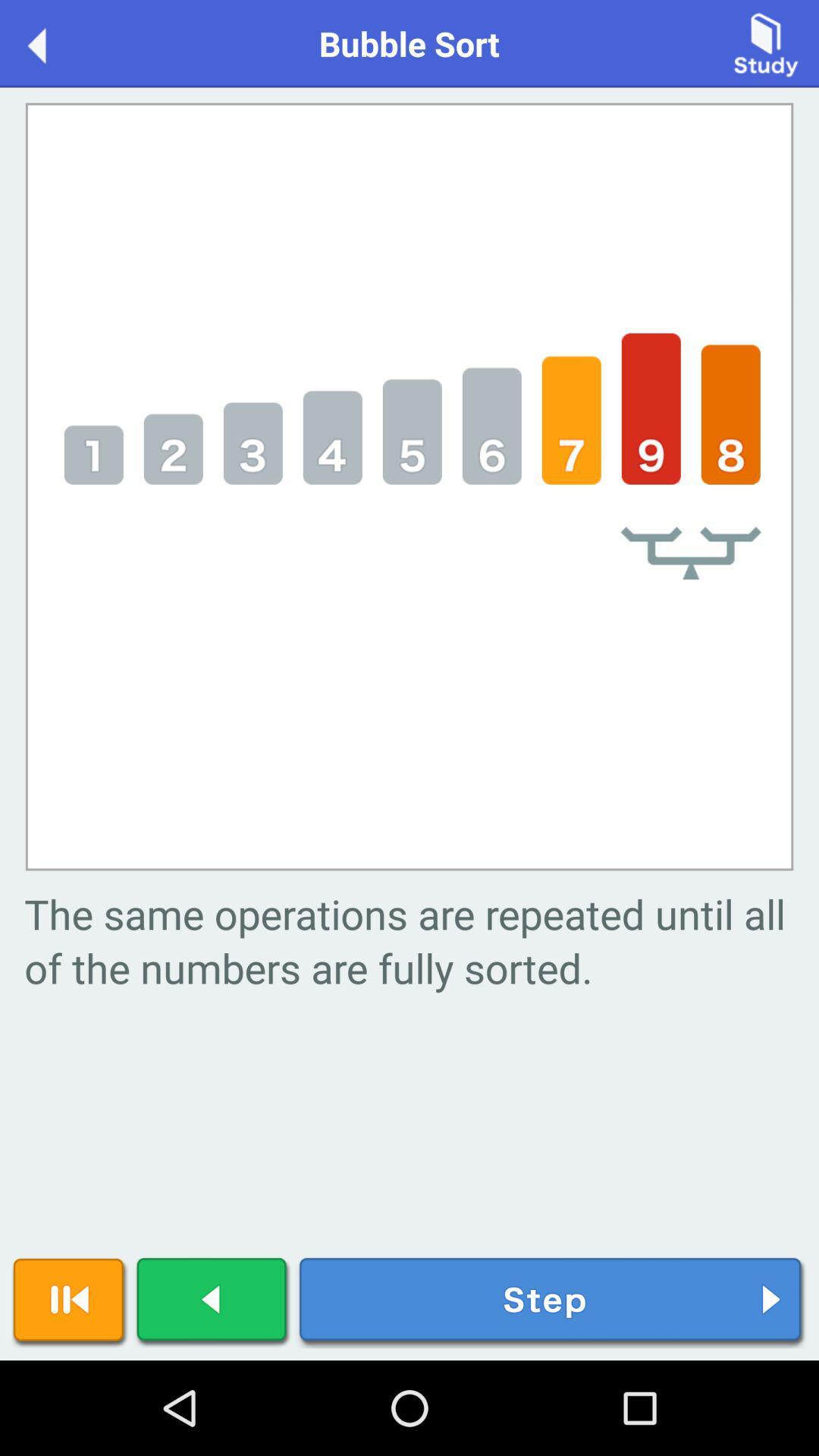 The width and height of the screenshot is (819, 1456). Describe the element at coordinates (766, 42) in the screenshot. I see `study` at that location.